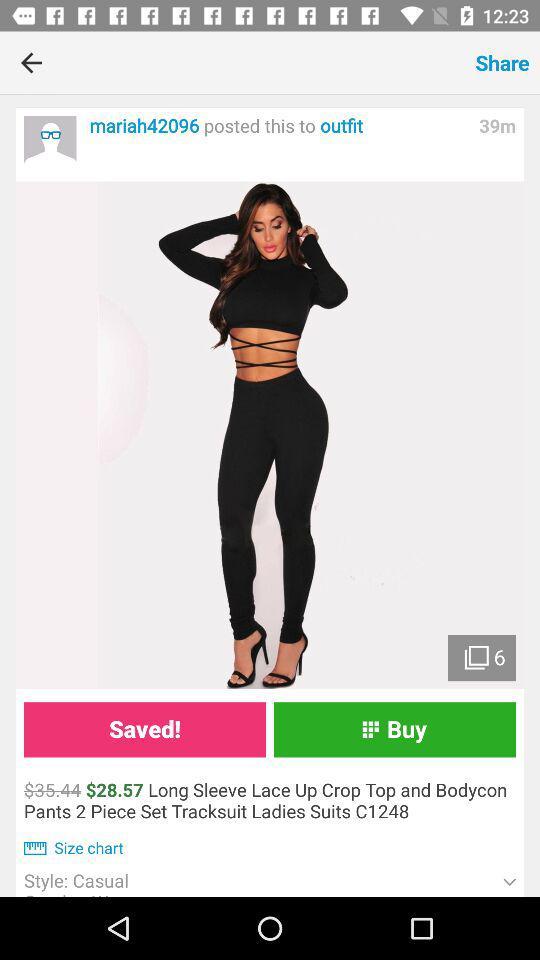 The width and height of the screenshot is (540, 960). Describe the element at coordinates (270, 435) in the screenshot. I see `highlight` at that location.